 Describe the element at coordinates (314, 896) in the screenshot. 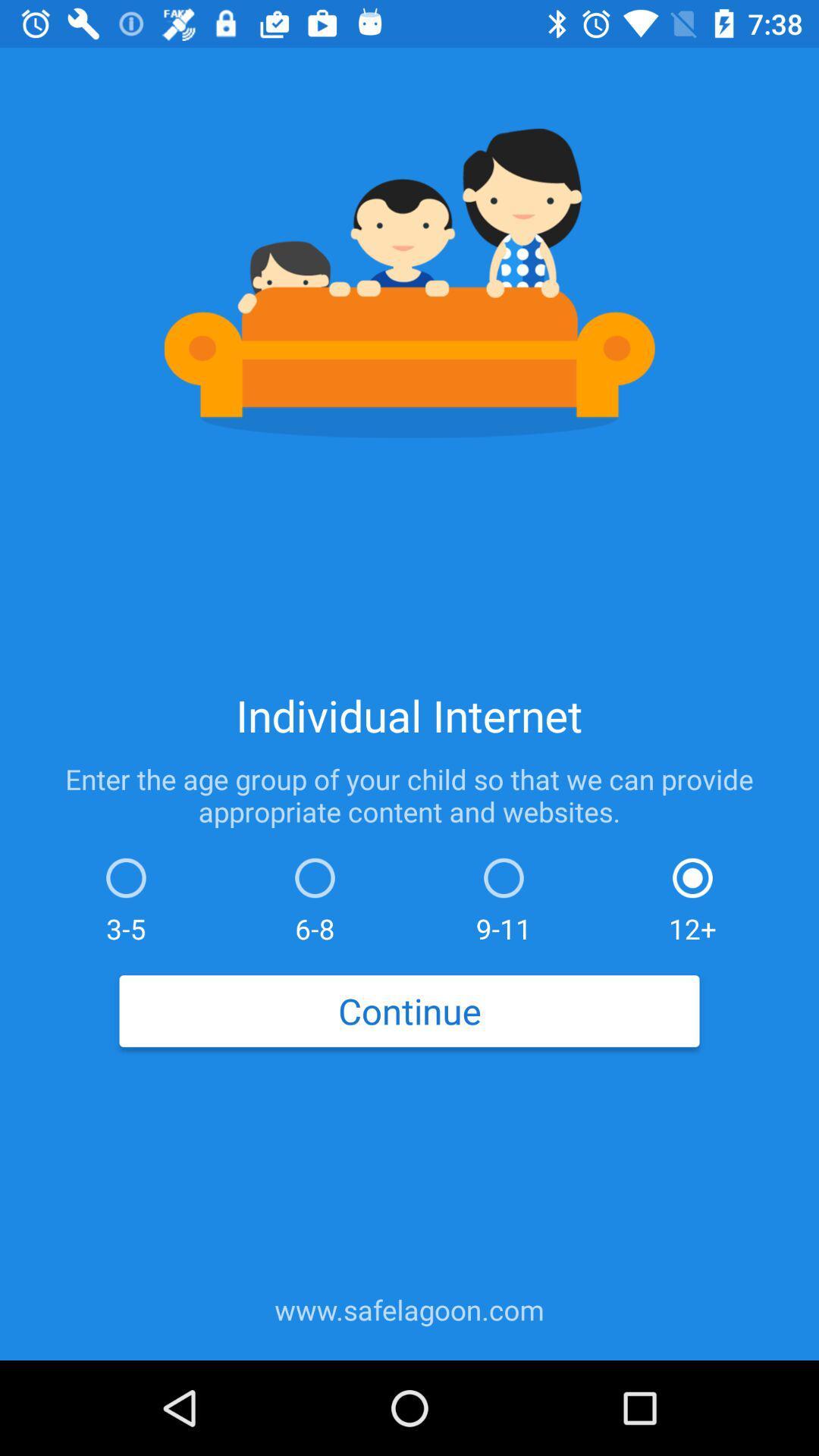

I see `6-8 item` at that location.